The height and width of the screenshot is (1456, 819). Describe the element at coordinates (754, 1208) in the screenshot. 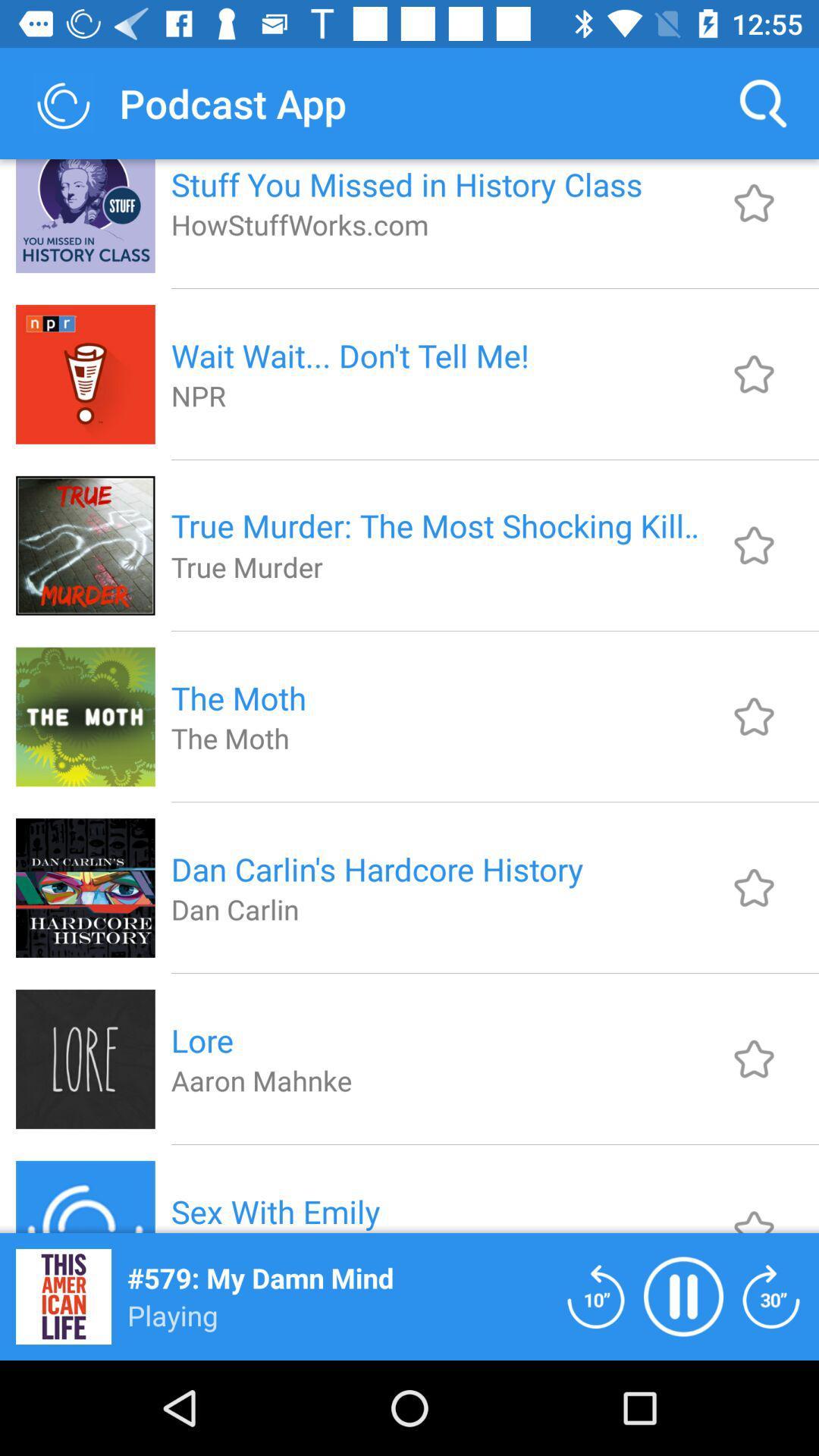

I see `item` at that location.